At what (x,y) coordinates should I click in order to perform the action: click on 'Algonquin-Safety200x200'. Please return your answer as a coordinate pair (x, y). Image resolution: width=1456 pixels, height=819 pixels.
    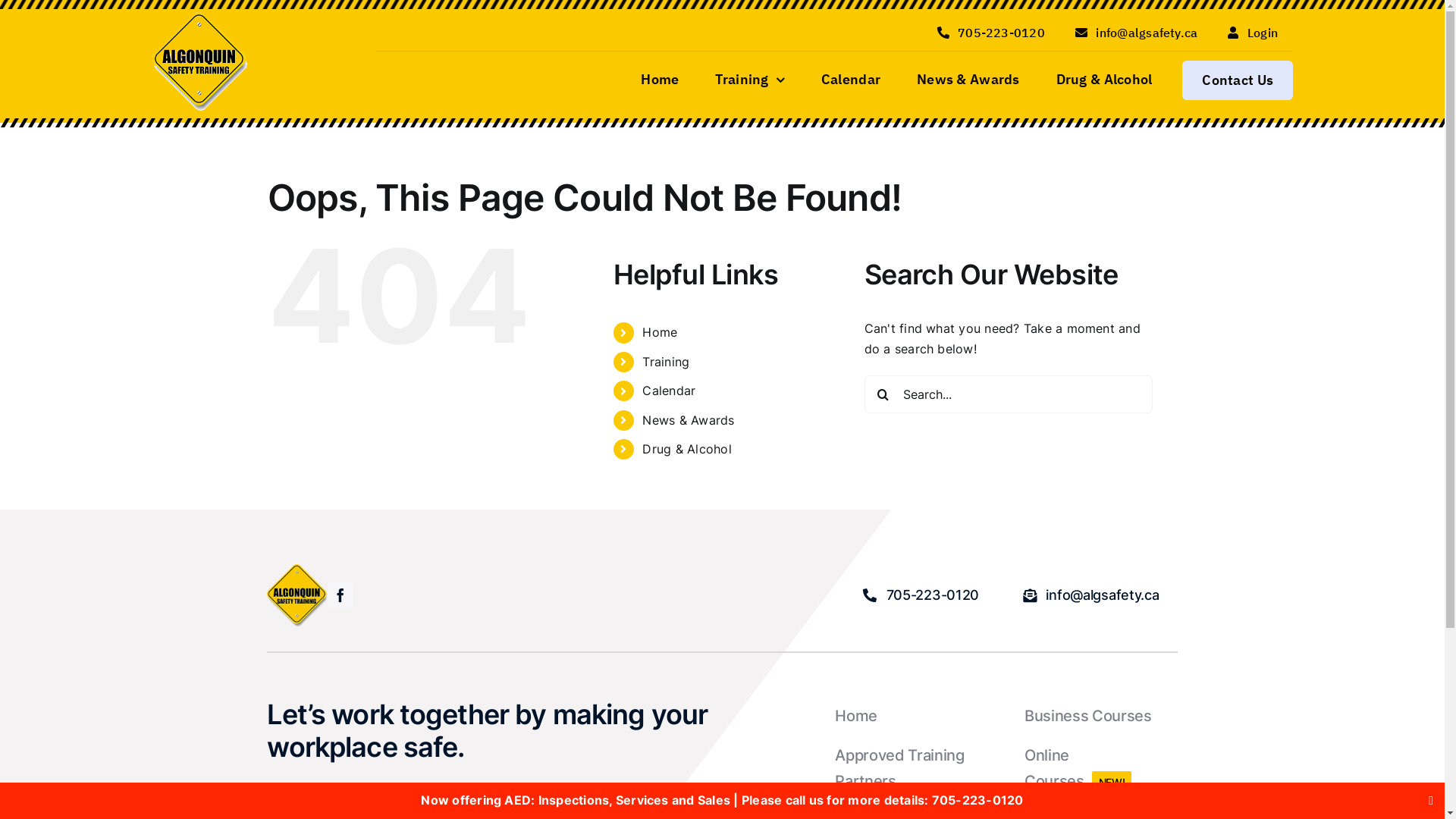
    Looking at the image, I should click on (297, 595).